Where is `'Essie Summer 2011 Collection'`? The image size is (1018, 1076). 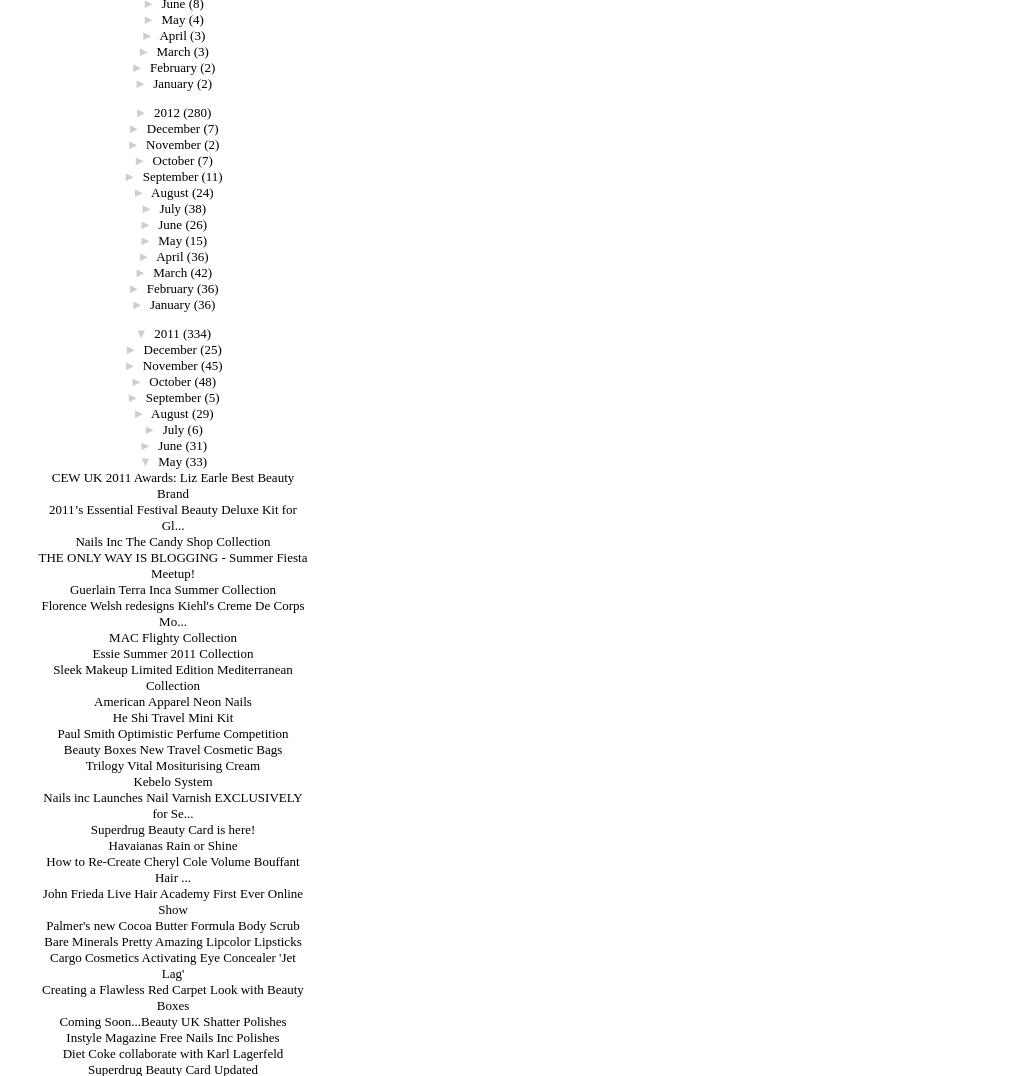
'Essie Summer 2011 Collection' is located at coordinates (172, 652).